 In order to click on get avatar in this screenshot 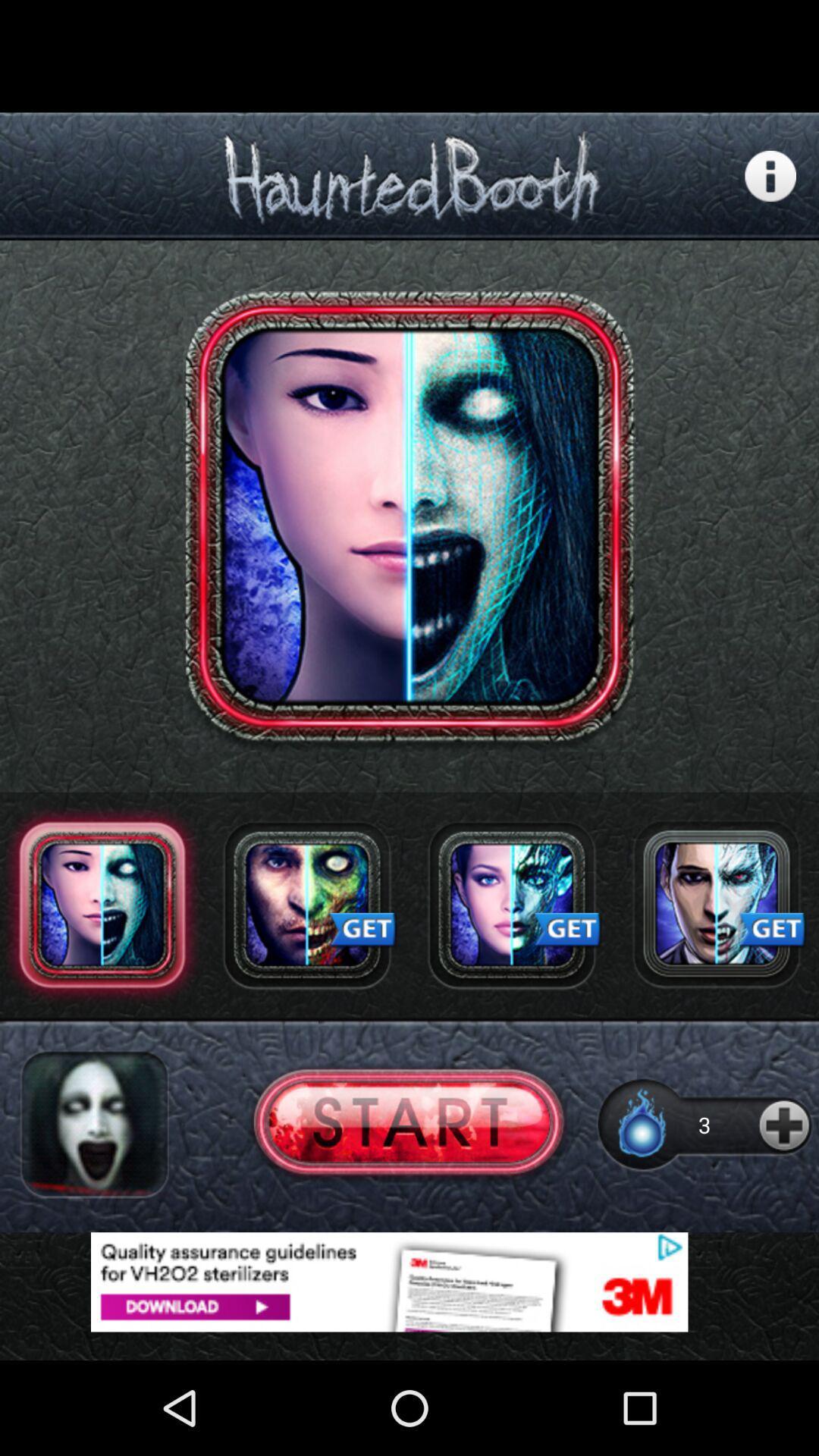, I will do `click(717, 905)`.